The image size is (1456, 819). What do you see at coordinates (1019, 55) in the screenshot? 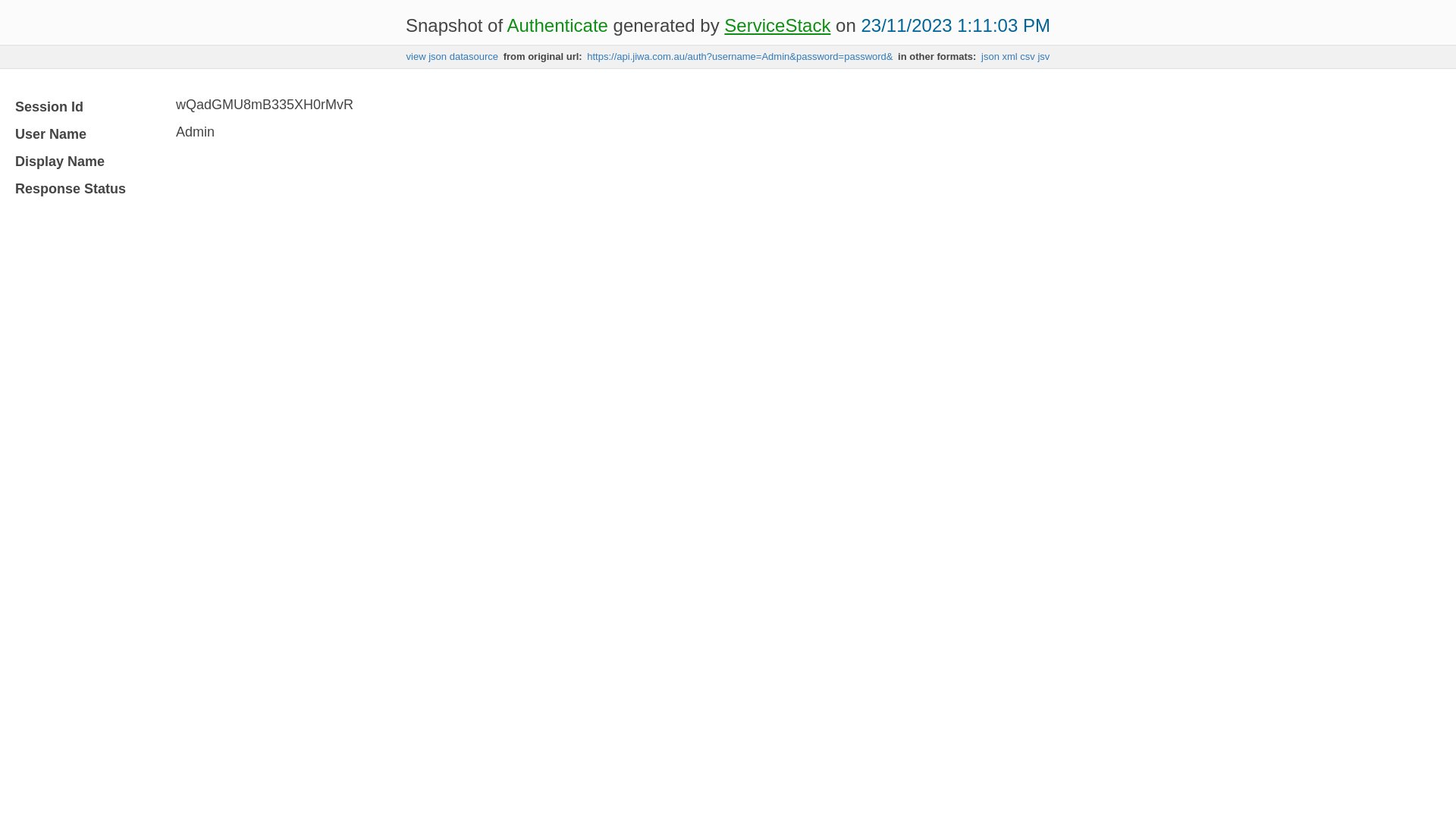
I see `'csv'` at bounding box center [1019, 55].